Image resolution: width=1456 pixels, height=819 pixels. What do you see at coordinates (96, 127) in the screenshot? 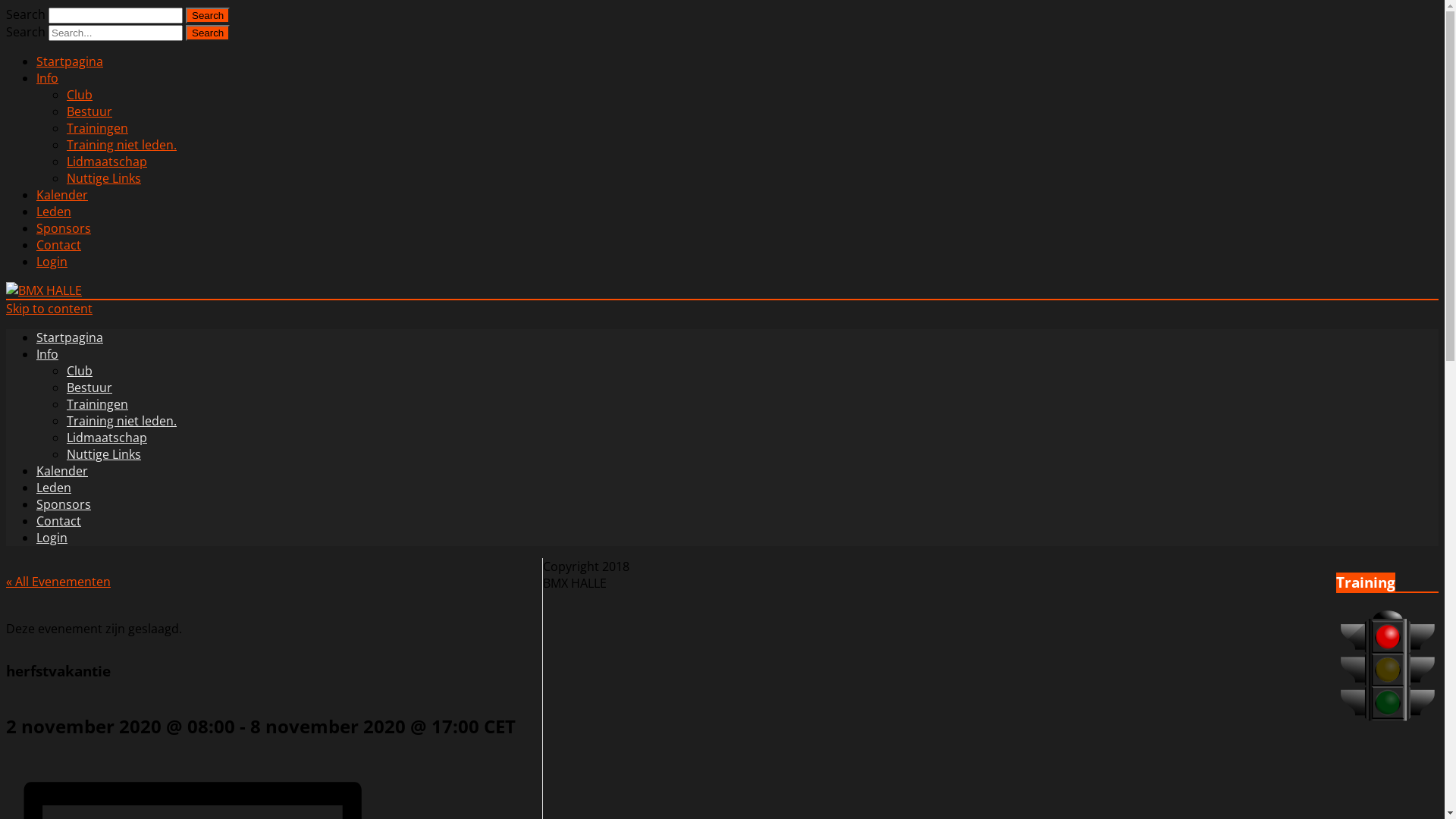
I see `'Trainingen'` at bounding box center [96, 127].